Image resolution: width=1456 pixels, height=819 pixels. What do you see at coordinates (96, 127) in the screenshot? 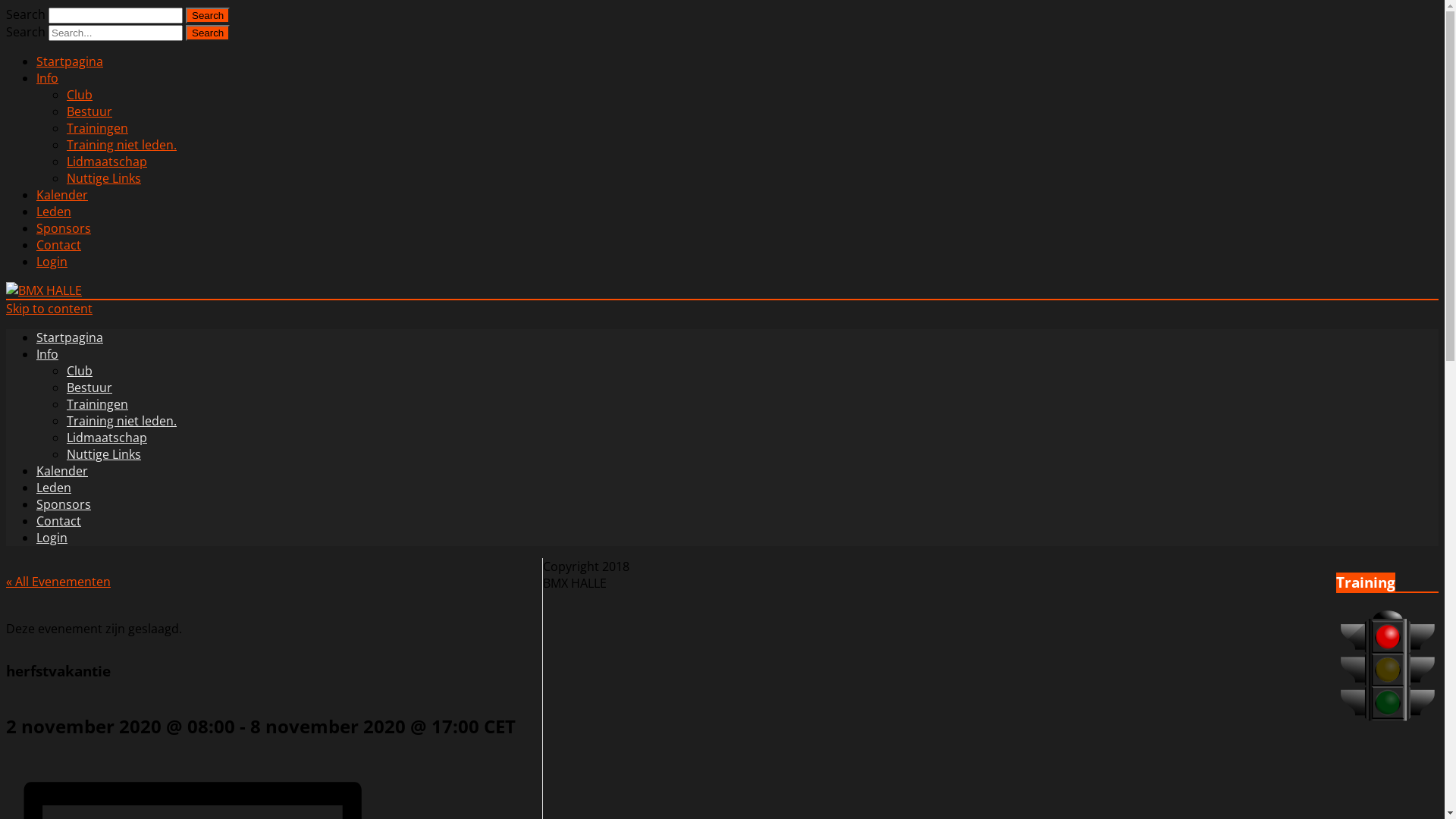
I see `'Trainingen'` at bounding box center [96, 127].